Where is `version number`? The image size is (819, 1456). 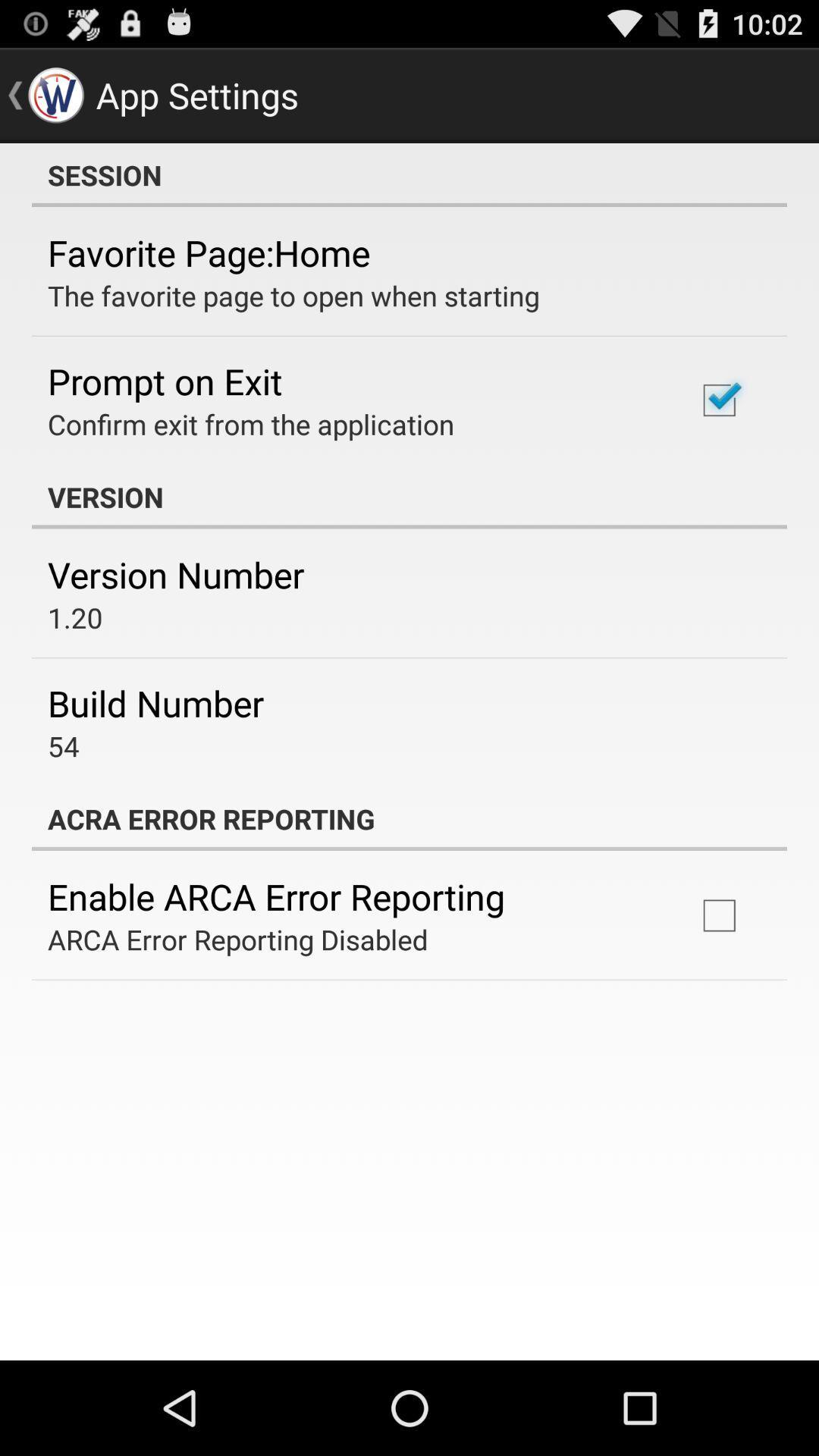 version number is located at coordinates (175, 573).